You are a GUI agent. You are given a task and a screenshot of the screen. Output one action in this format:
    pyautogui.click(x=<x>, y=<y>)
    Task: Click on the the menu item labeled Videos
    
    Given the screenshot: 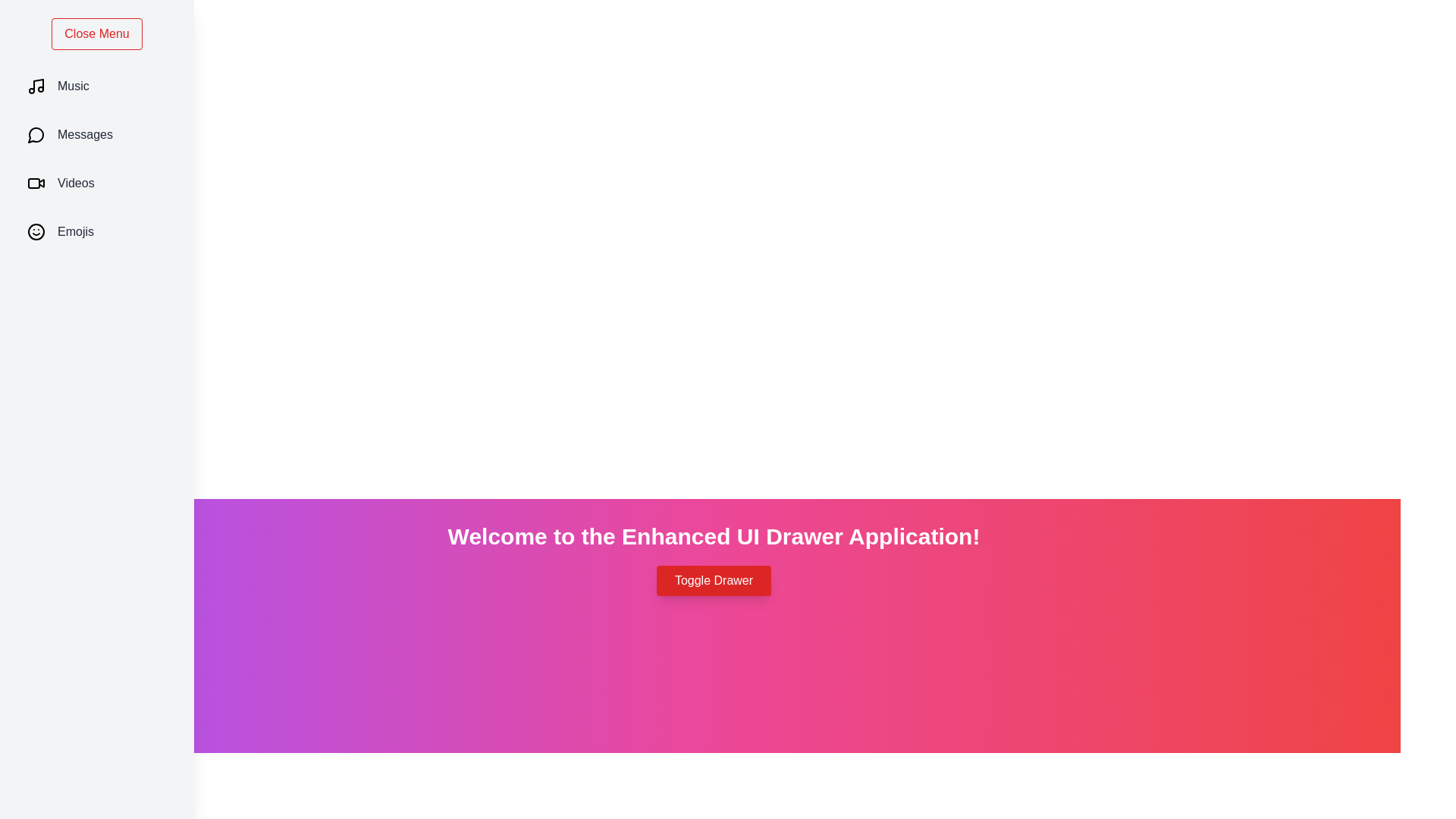 What is the action you would take?
    pyautogui.click(x=96, y=183)
    